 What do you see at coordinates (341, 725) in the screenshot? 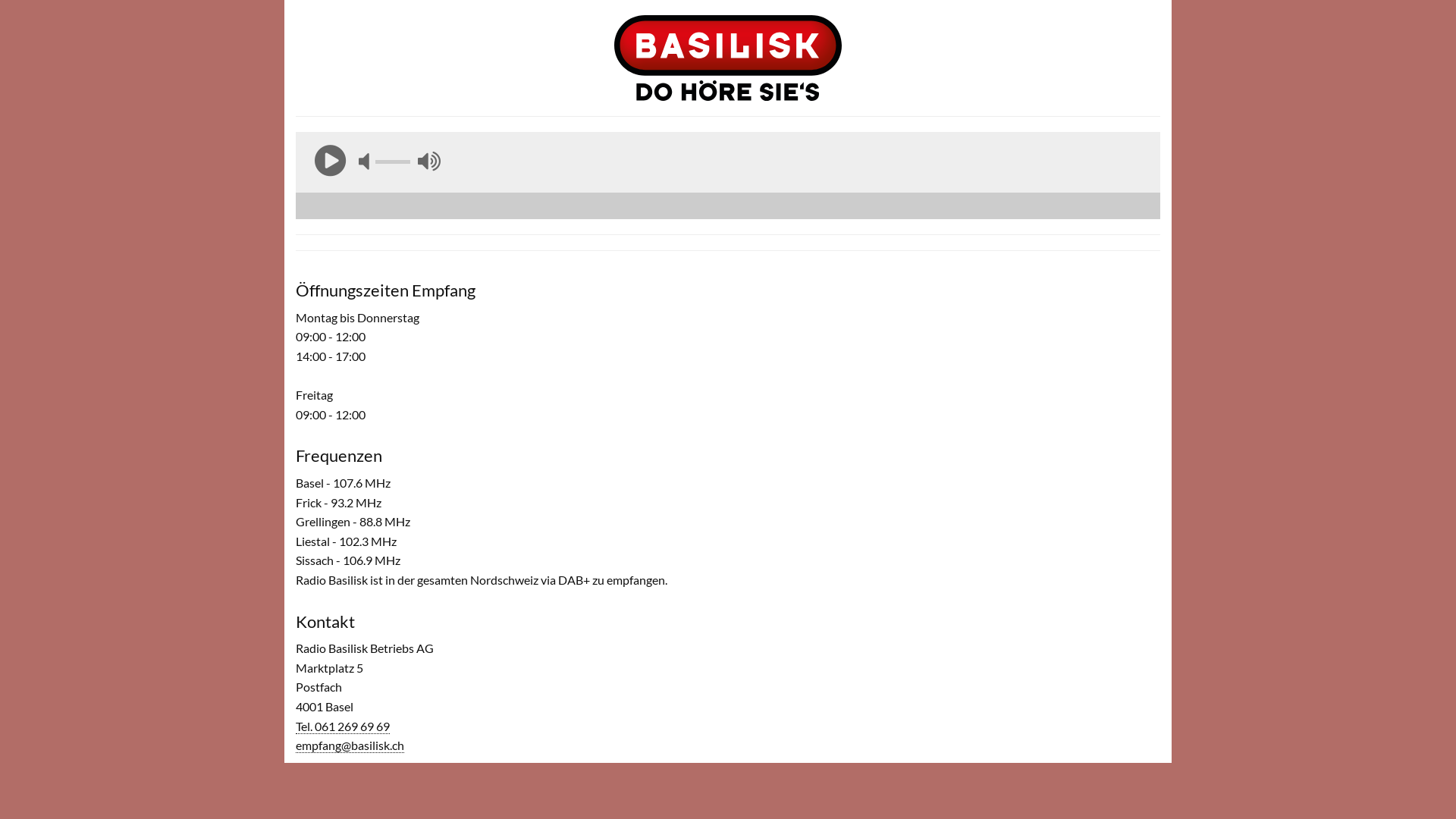
I see `'Tel. 061 269 69 69'` at bounding box center [341, 725].